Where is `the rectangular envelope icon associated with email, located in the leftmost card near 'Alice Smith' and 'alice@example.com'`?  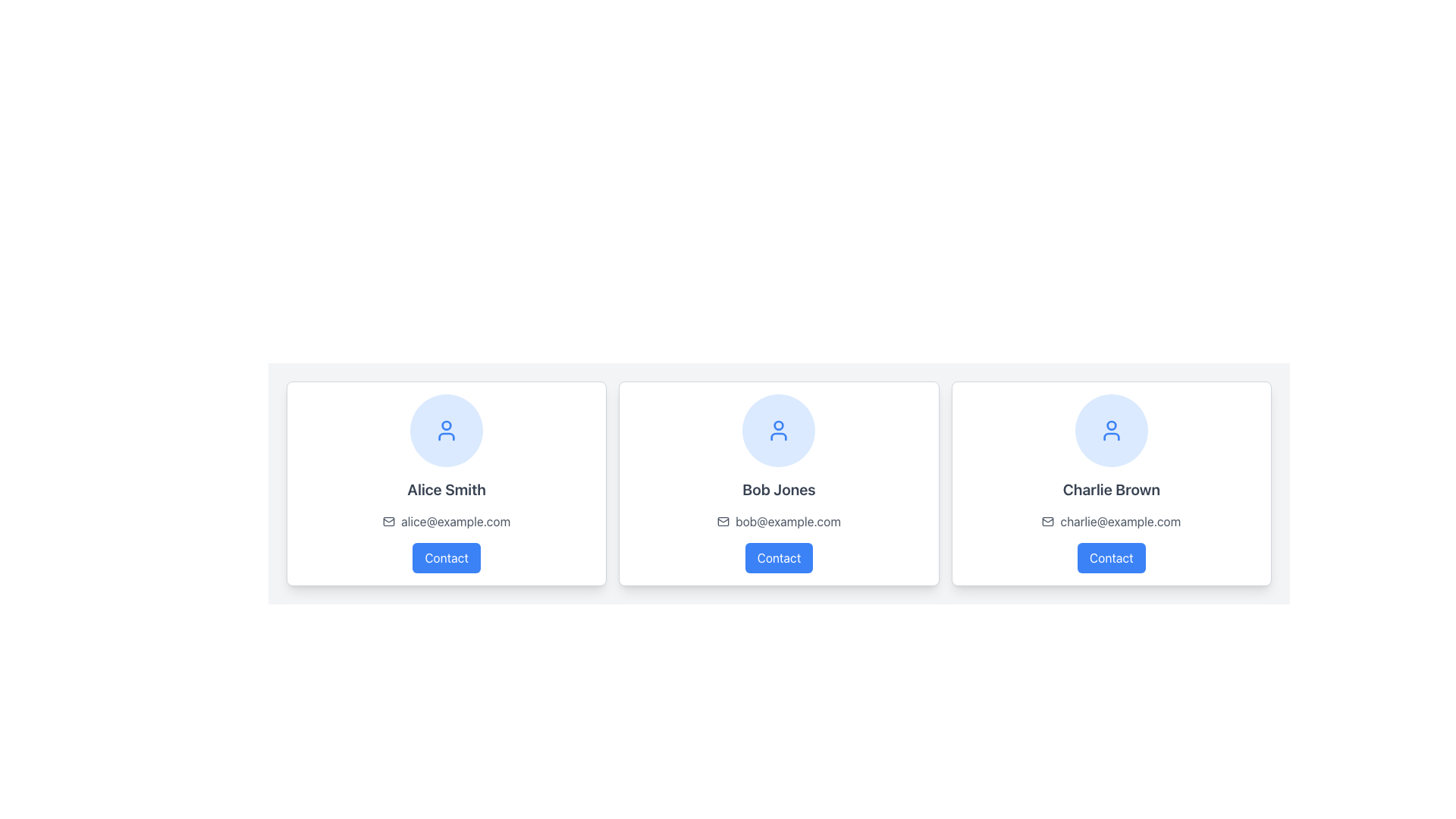
the rectangular envelope icon associated with email, located in the leftmost card near 'Alice Smith' and 'alice@example.com' is located at coordinates (389, 520).